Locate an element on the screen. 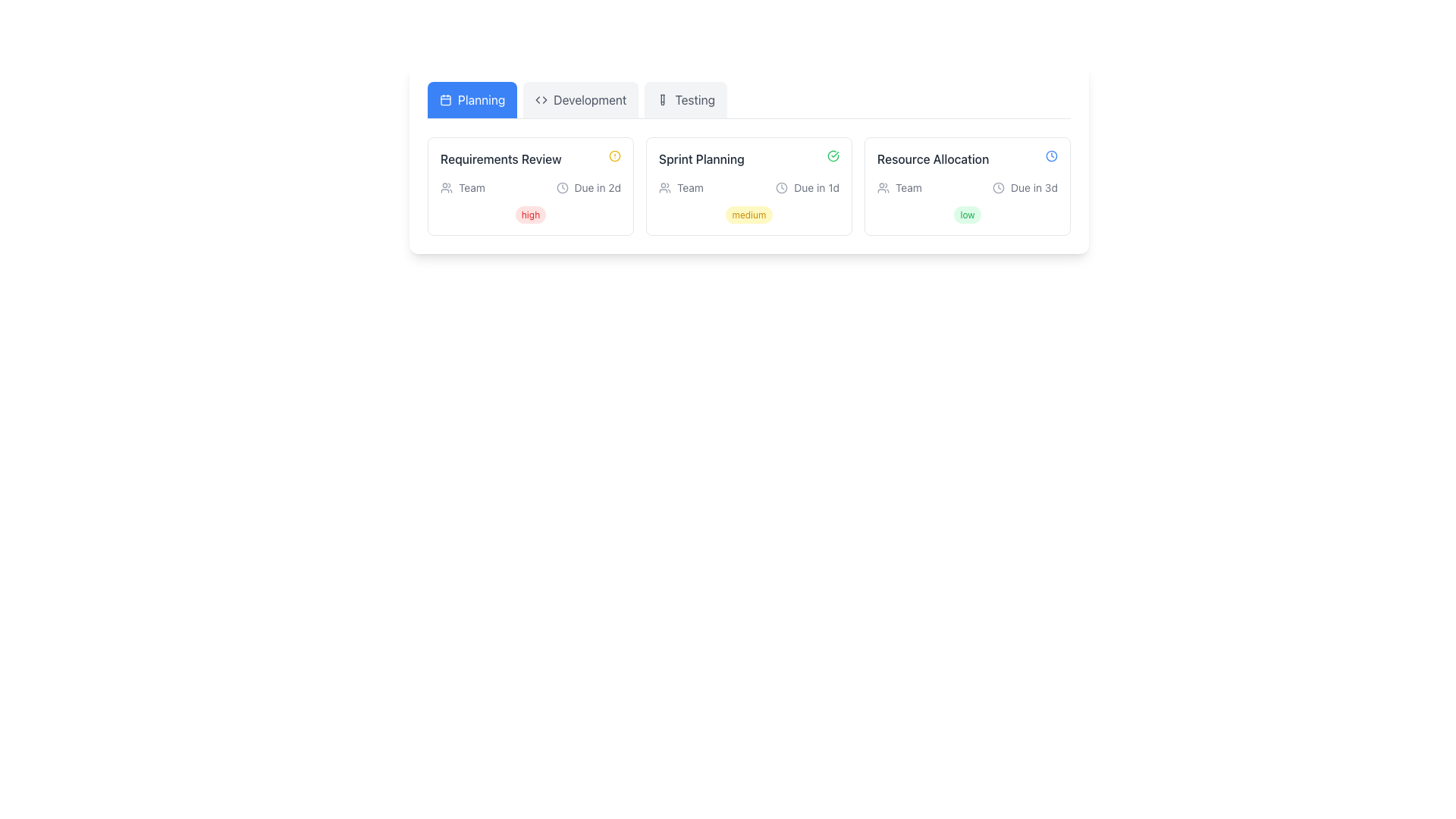 The image size is (1456, 819). the 'Development' tab, which is the second tab in the horizontal tab group is located at coordinates (580, 99).